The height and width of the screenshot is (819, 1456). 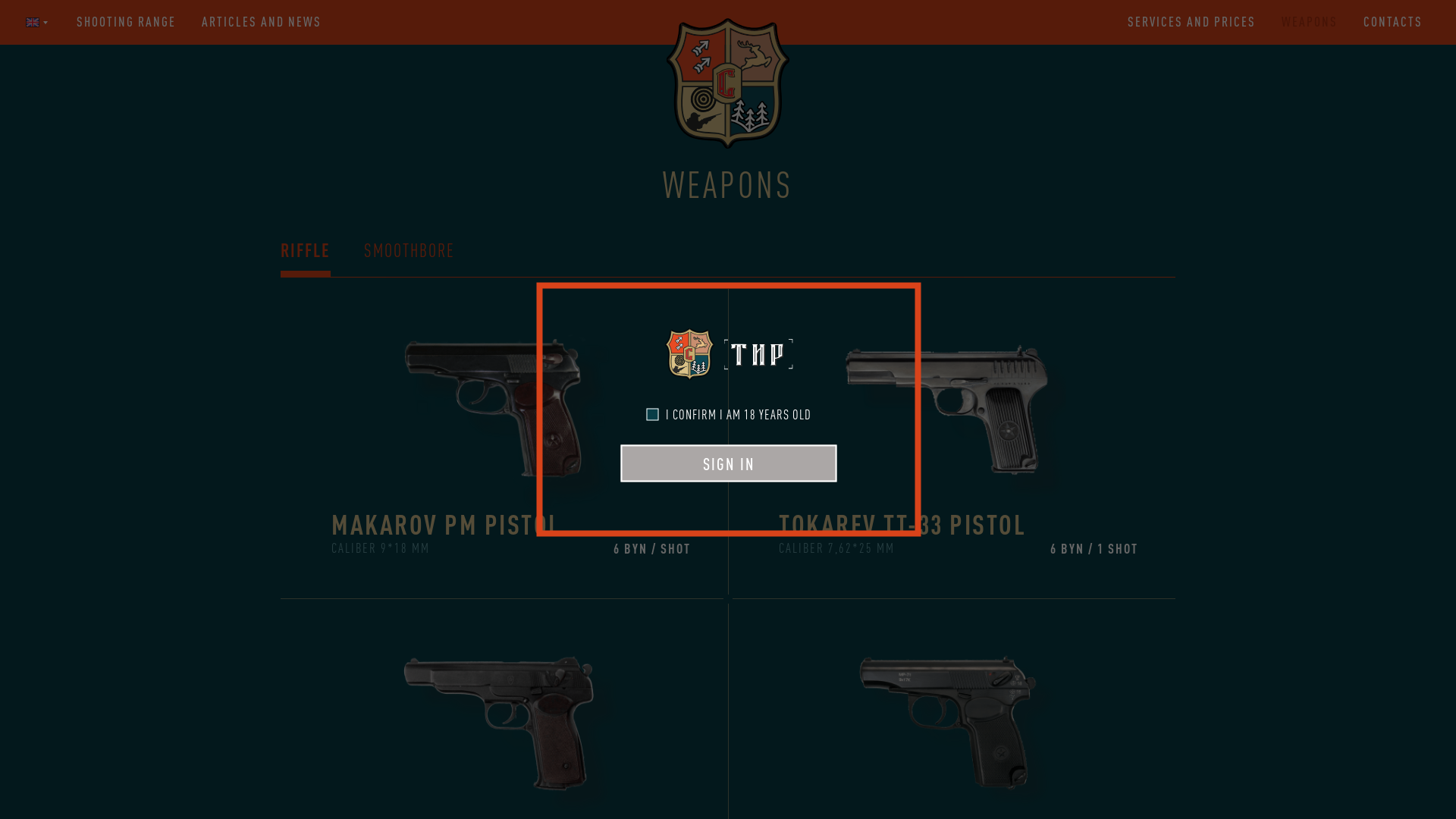 What do you see at coordinates (1128, 22) in the screenshot?
I see `'SERVICES AND PRICES'` at bounding box center [1128, 22].